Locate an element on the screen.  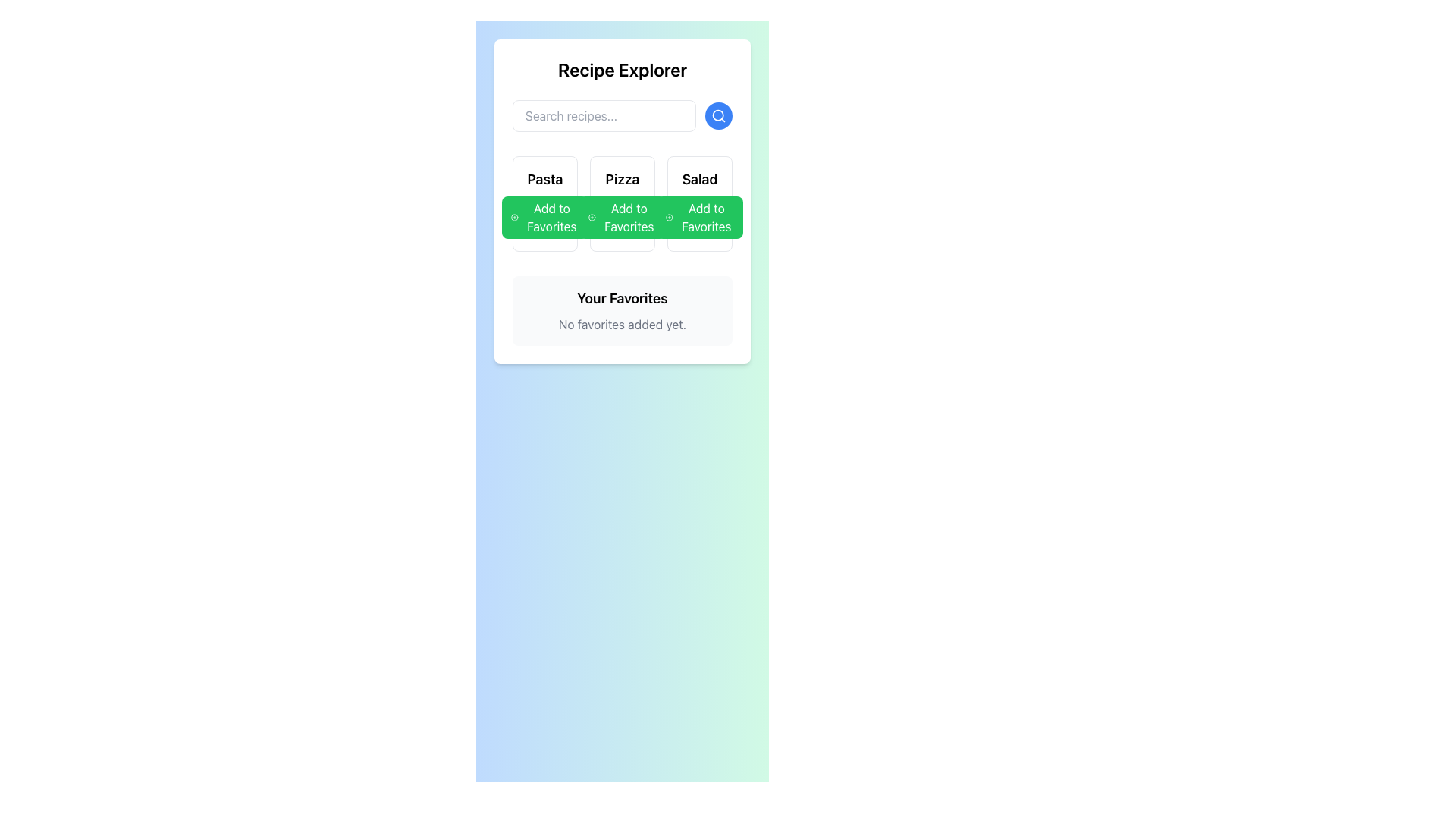
the search icon located within the interactive blue circular button at the top-right corner of the central card layout is located at coordinates (718, 115).